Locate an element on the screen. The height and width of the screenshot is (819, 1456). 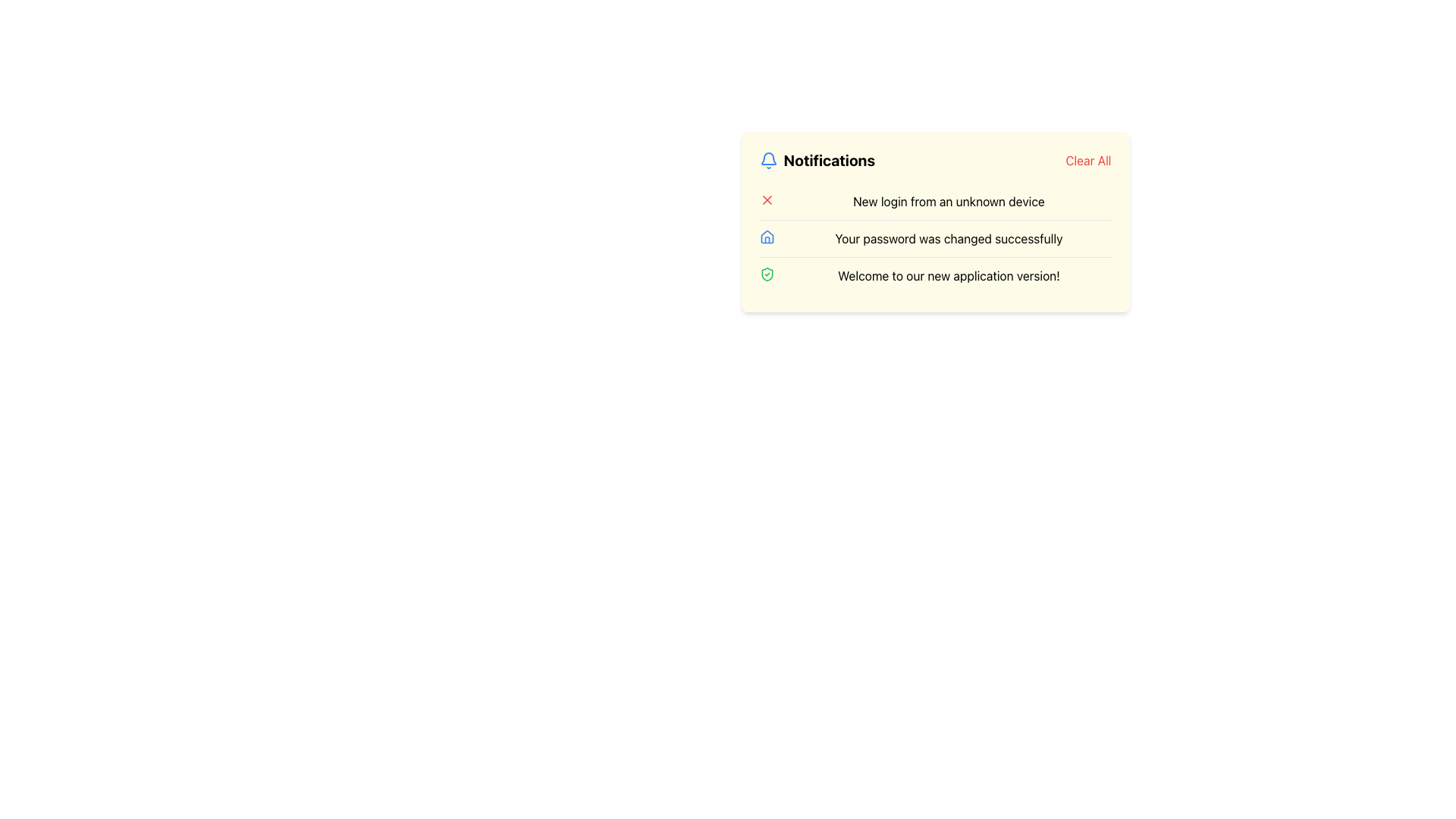
the status indicator icon located at the left end of the row displaying the text 'Welcome to our new application version!' is located at coordinates (767, 275).